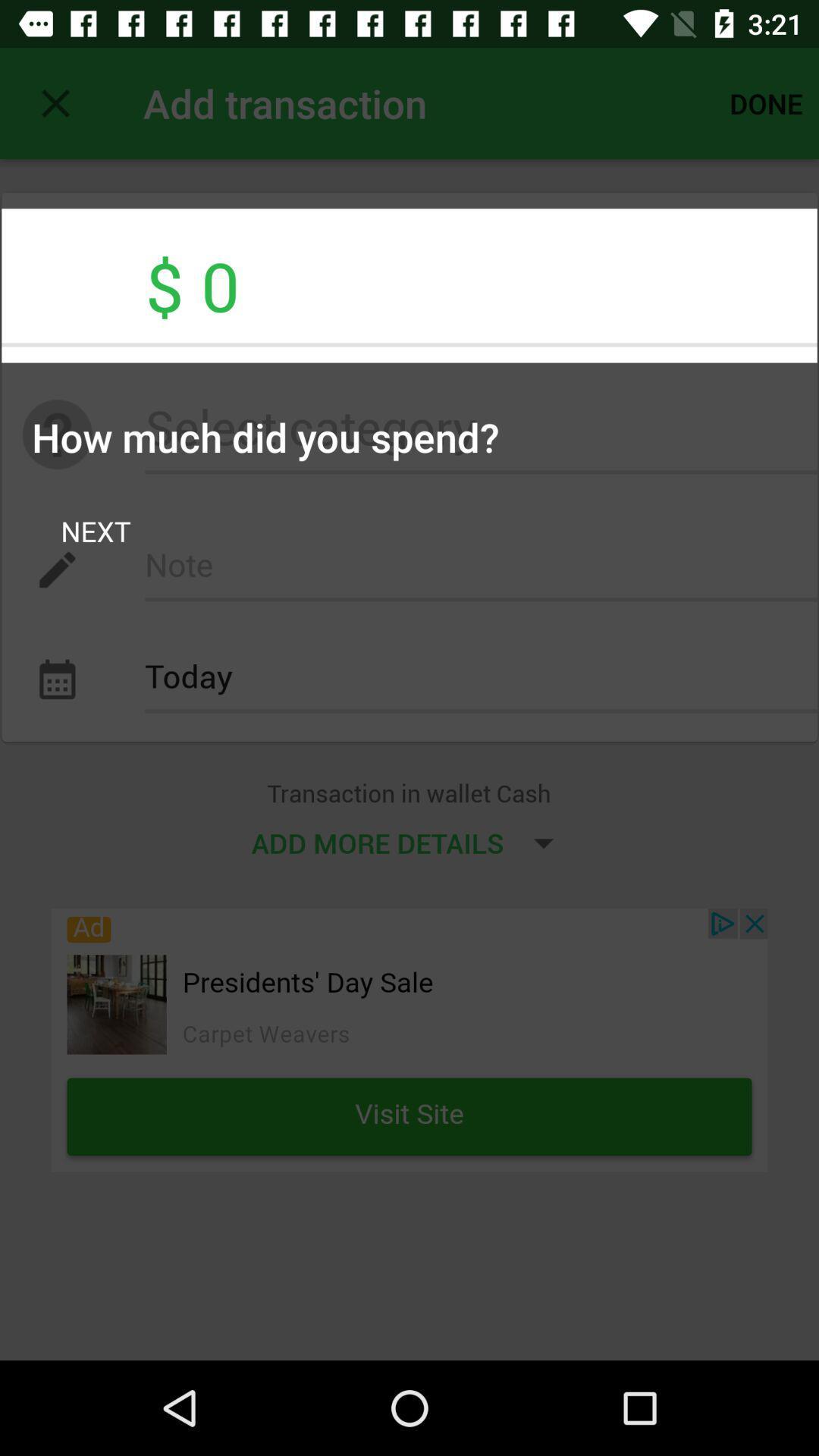  I want to click on the icon above the $ 0 item, so click(766, 102).